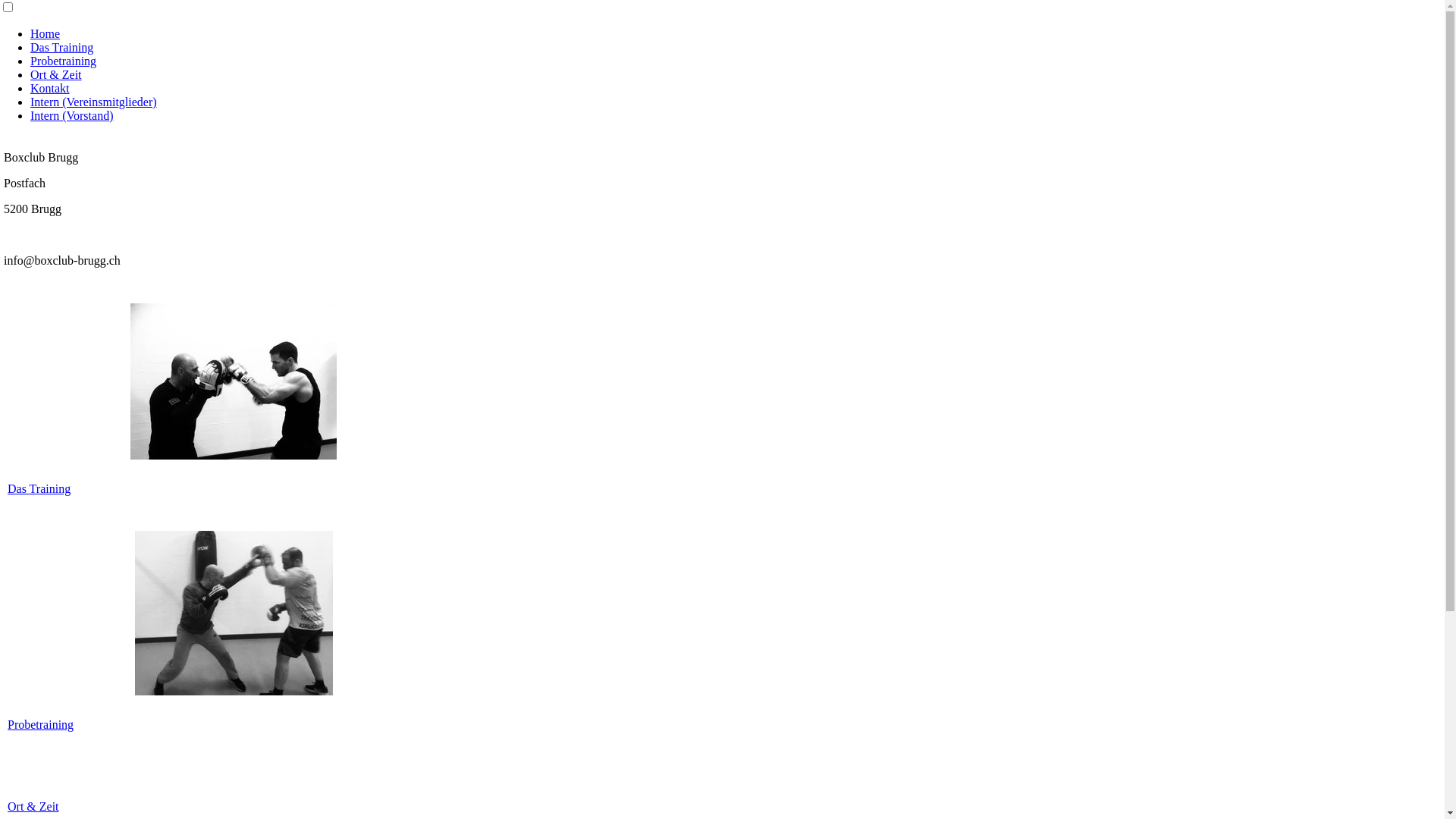  What do you see at coordinates (55, 74) in the screenshot?
I see `'Ort & Zeit'` at bounding box center [55, 74].